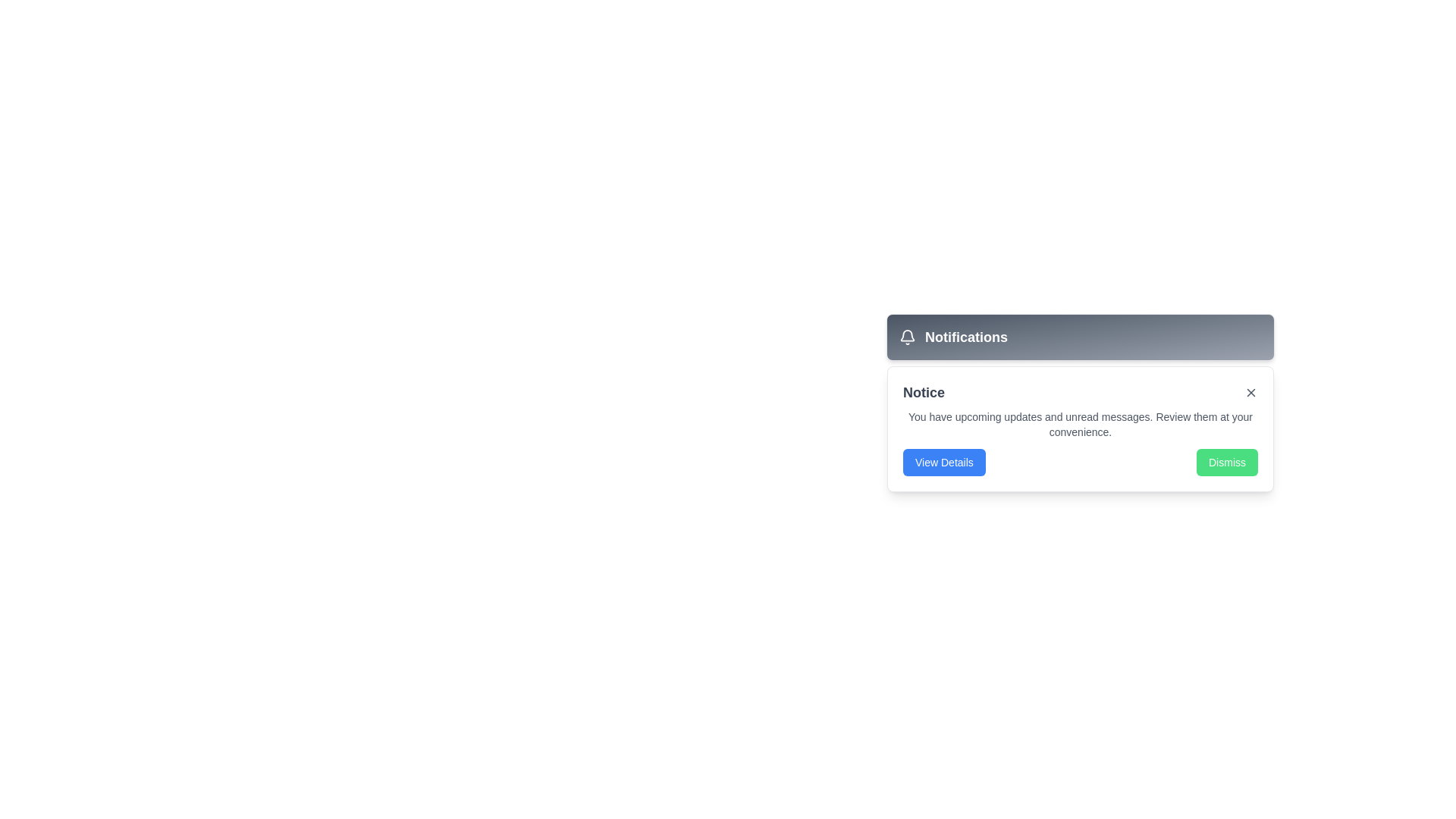 This screenshot has height=819, width=1456. What do you see at coordinates (965, 336) in the screenshot?
I see `header text label for the notification section located at the top of the notification card, positioned to the right of a bell-shaped icon` at bounding box center [965, 336].